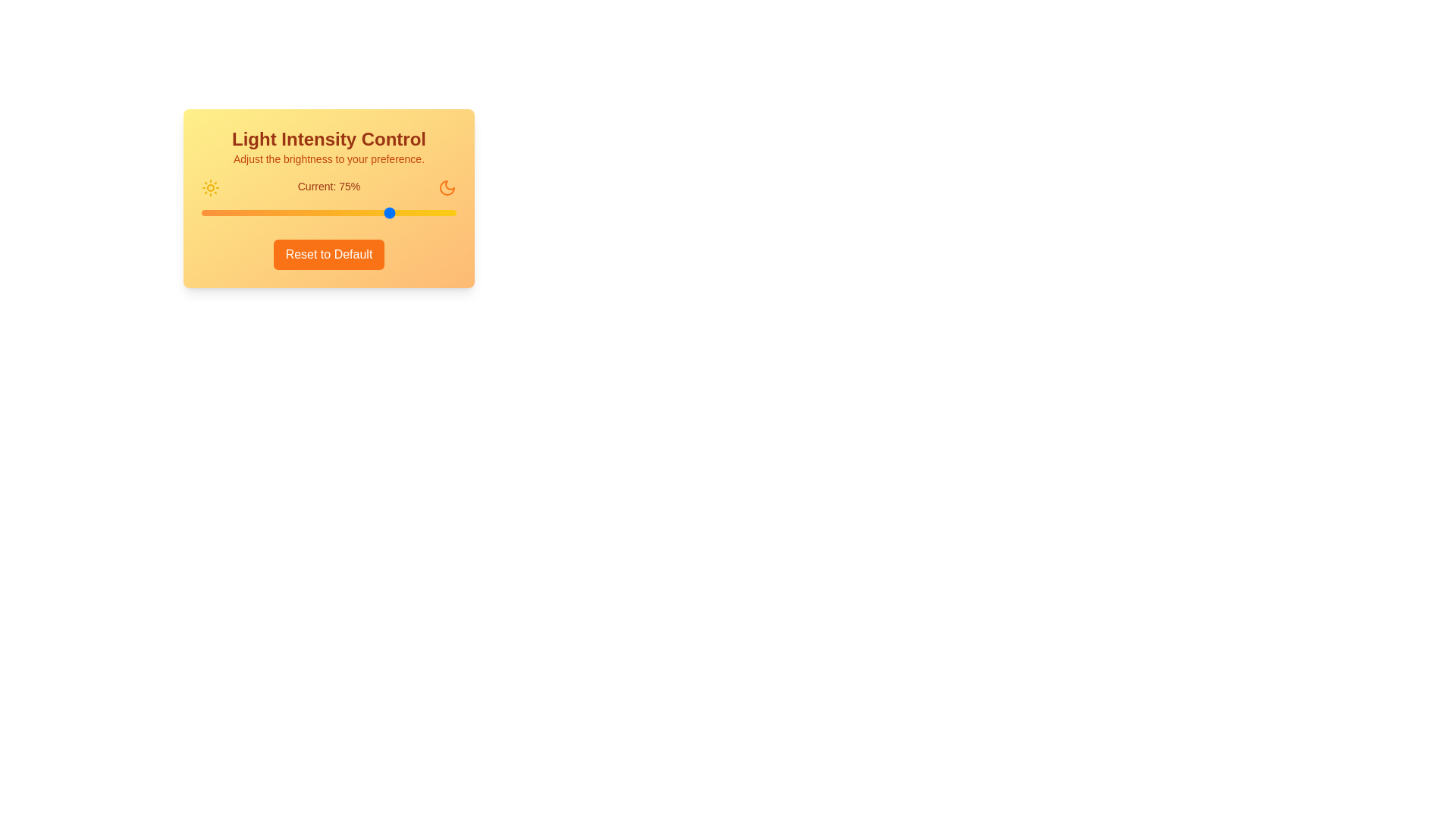 Image resolution: width=1456 pixels, height=819 pixels. What do you see at coordinates (447, 187) in the screenshot?
I see `the moon icon to provide visual feedback` at bounding box center [447, 187].